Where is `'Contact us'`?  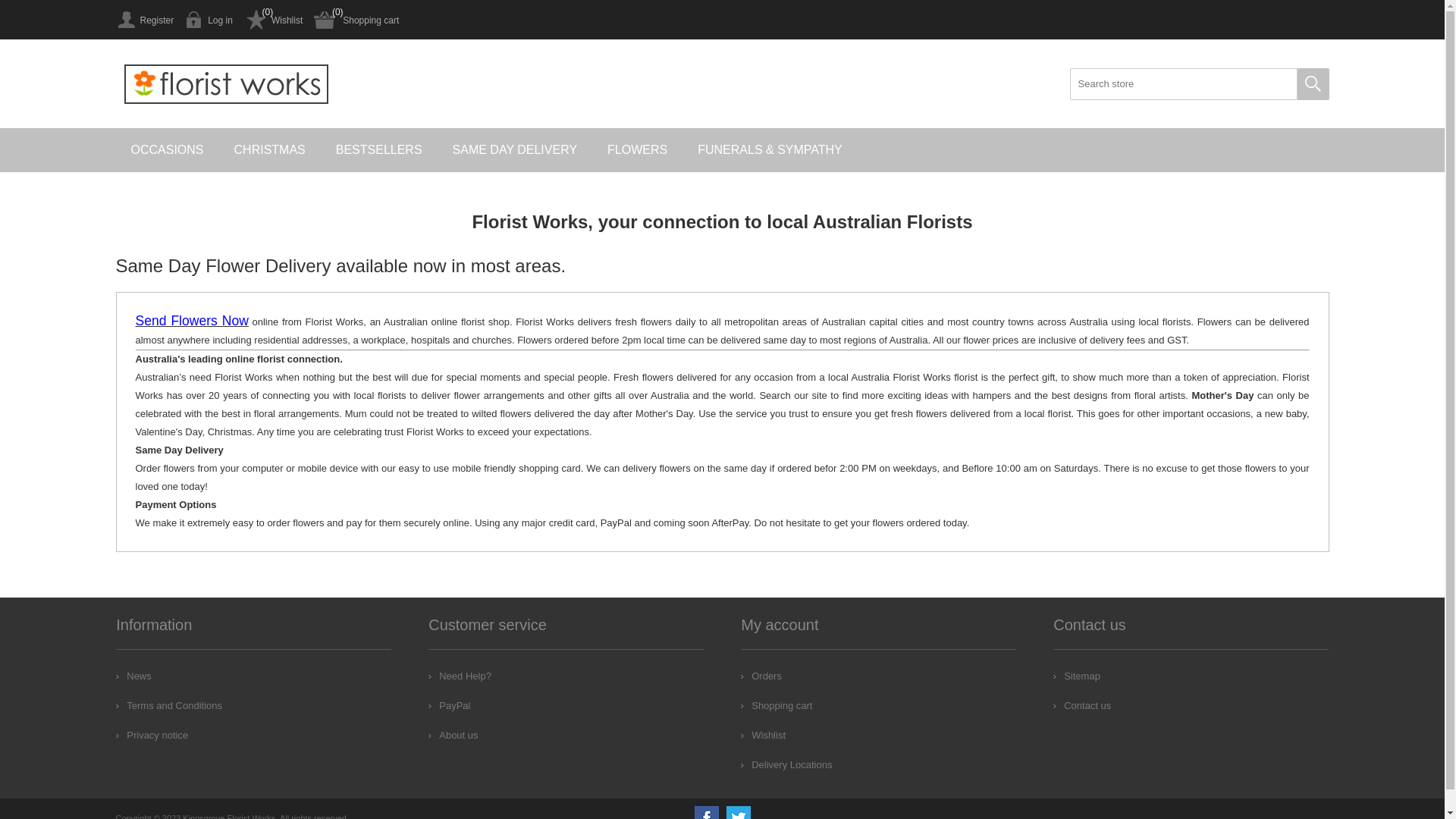 'Contact us' is located at coordinates (1081, 705).